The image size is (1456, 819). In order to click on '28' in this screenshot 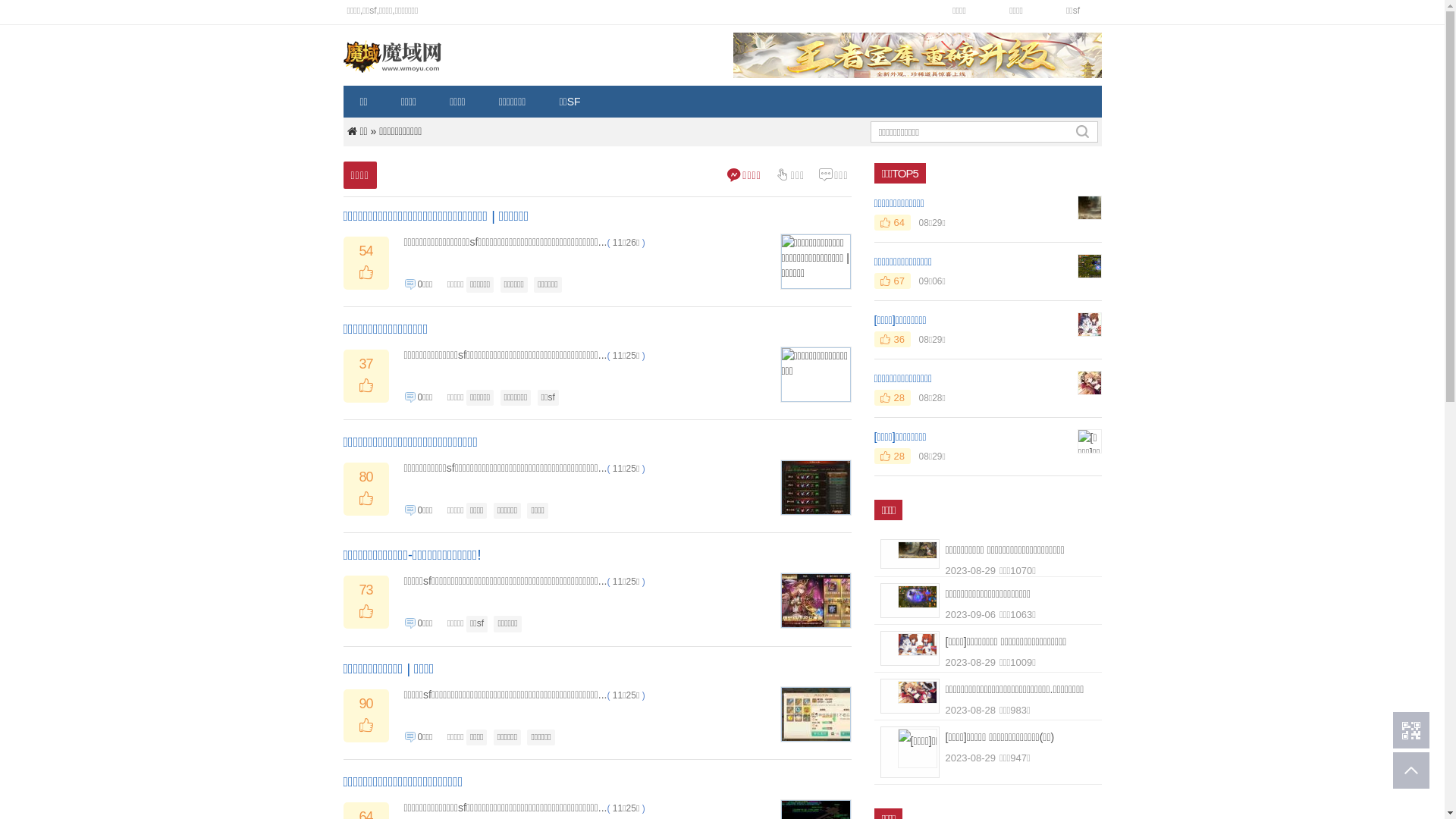, I will do `click(874, 397)`.